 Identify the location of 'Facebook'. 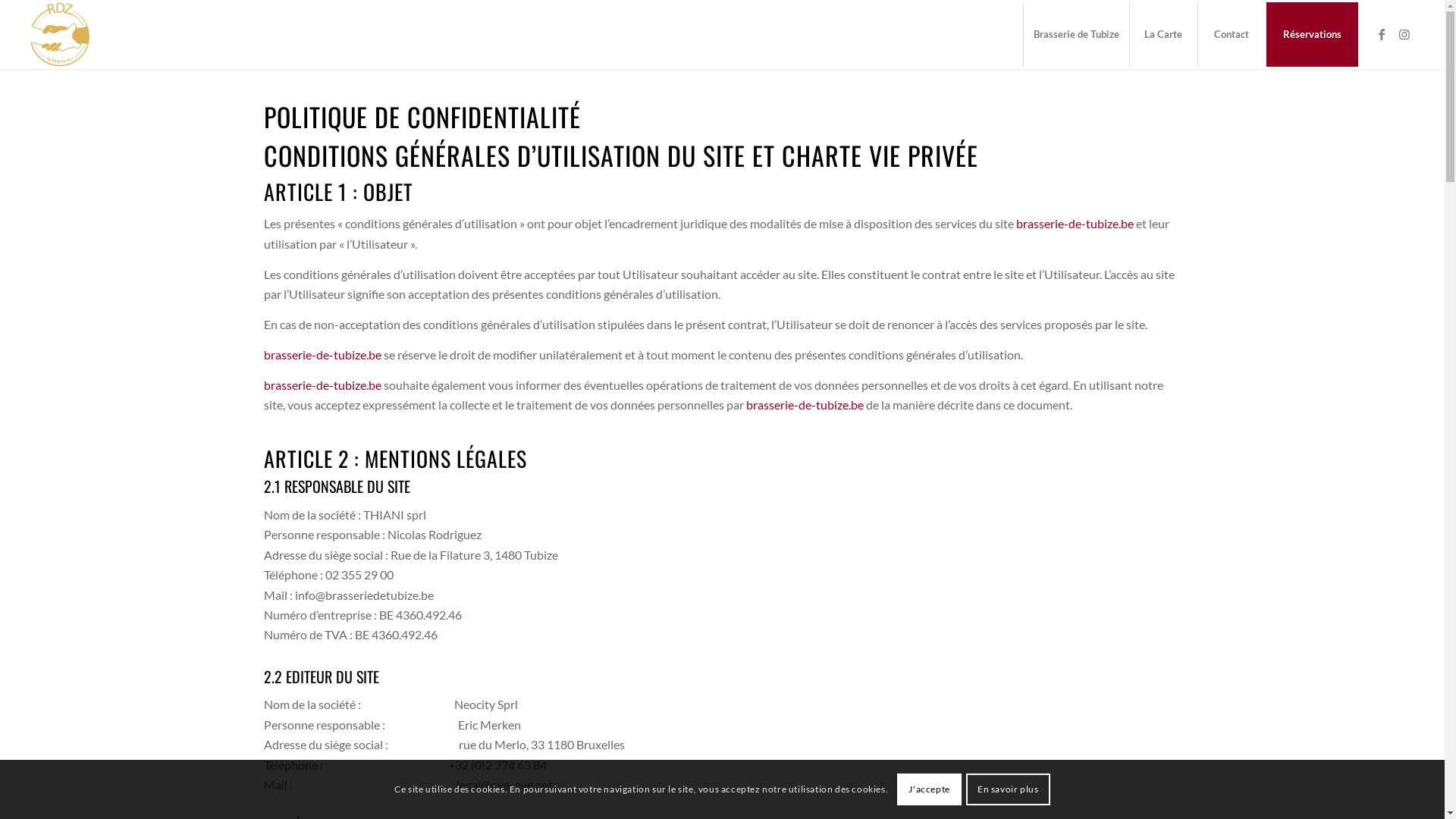
(1382, 34).